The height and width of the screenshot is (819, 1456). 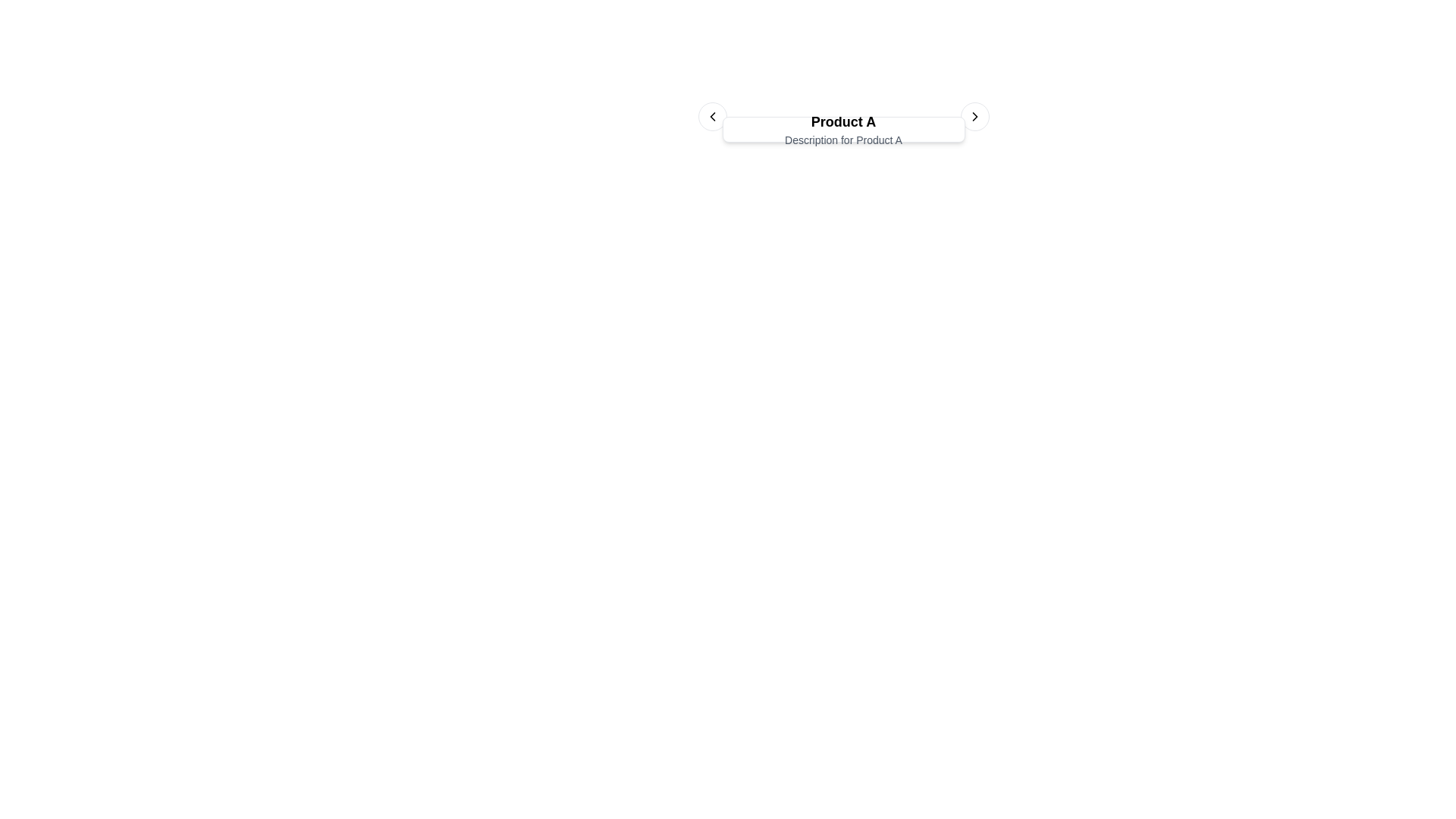 I want to click on the navigation arrow icon located within the left circular navigation button, which is positioned to the left of the text label 'Product A', so click(x=711, y=116).